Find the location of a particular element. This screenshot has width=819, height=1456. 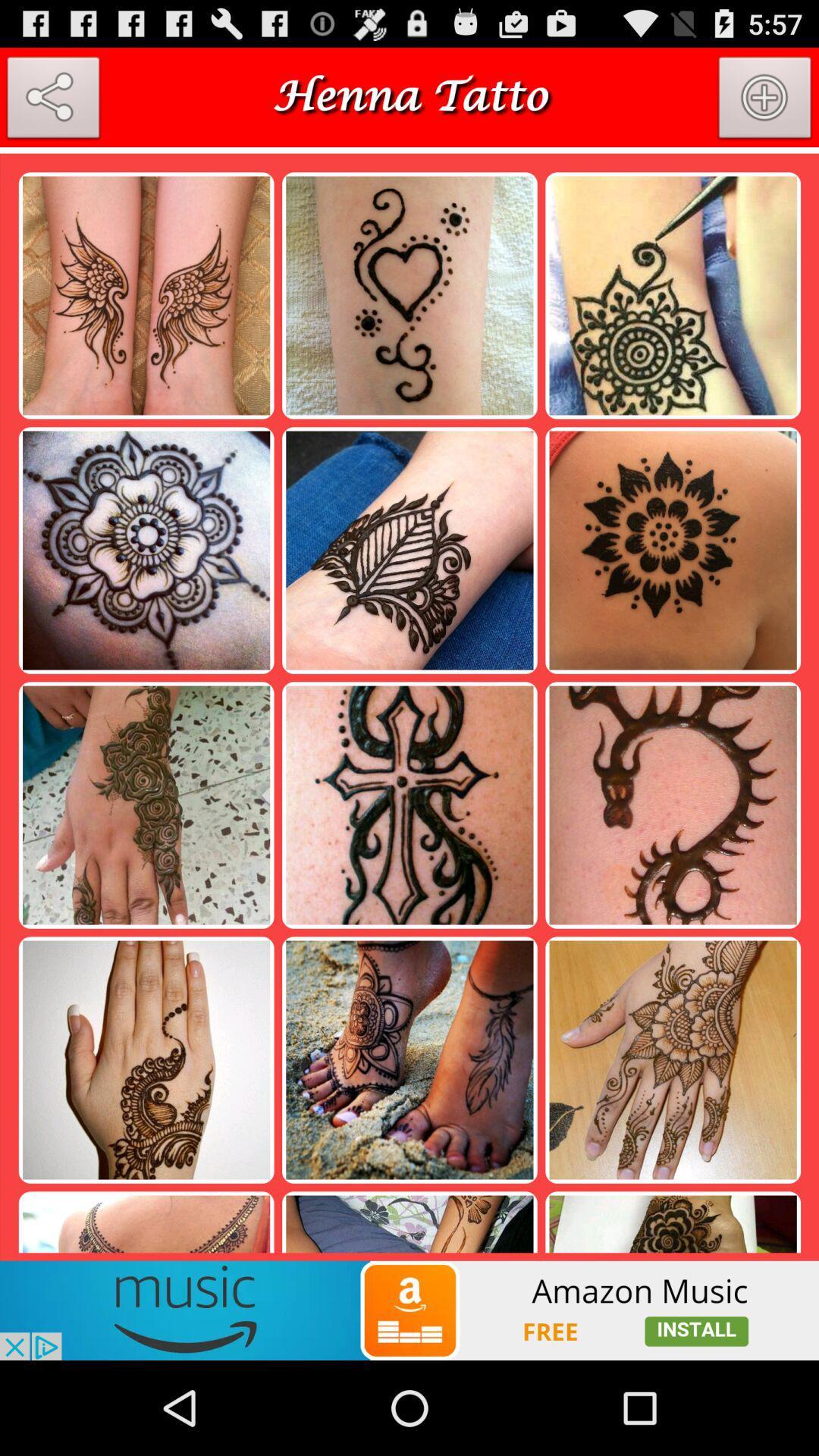

split bar is located at coordinates (409, 150).